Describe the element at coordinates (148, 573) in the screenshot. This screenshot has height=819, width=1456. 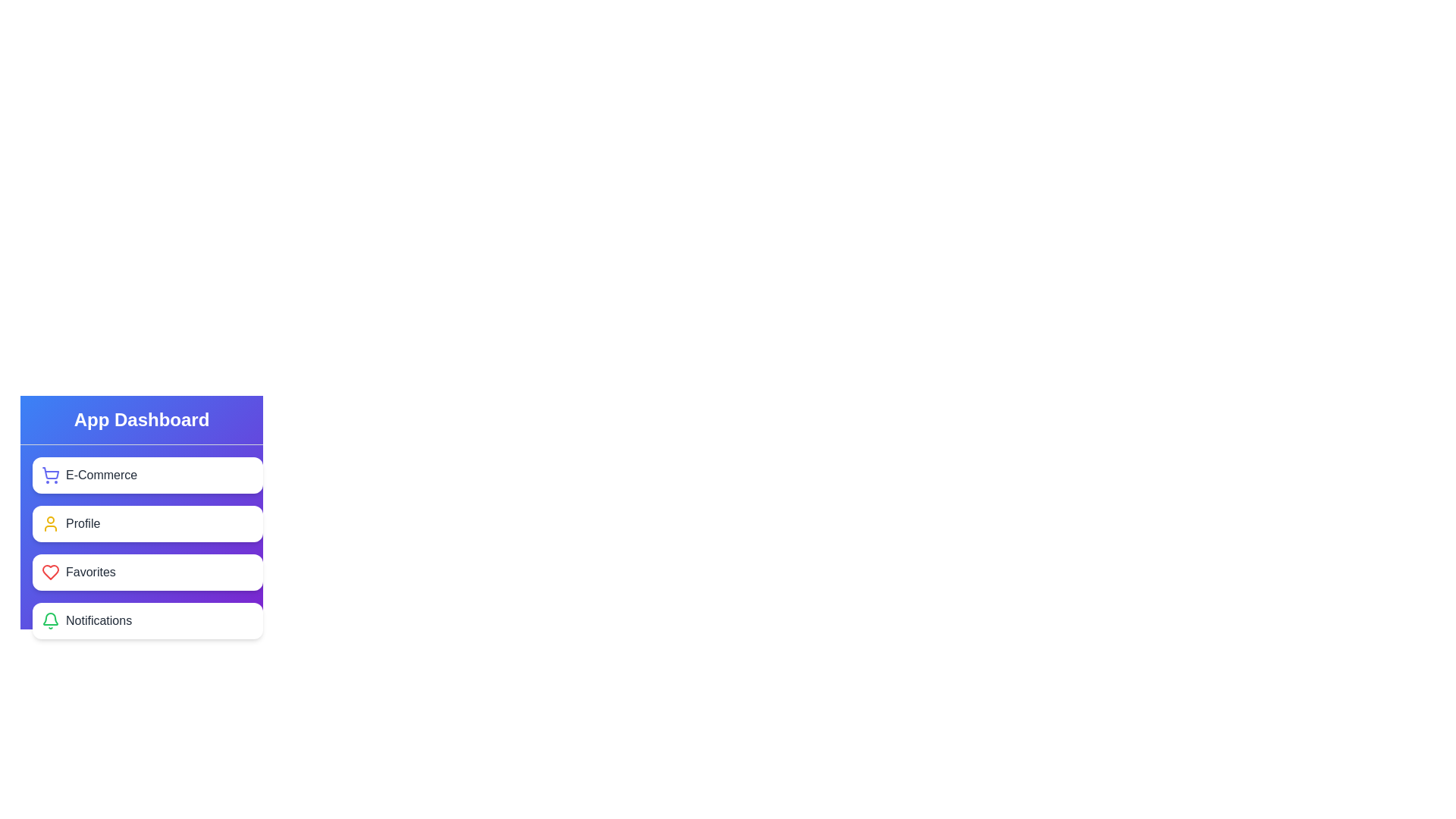
I see `the element corresponding to Favorites` at that location.